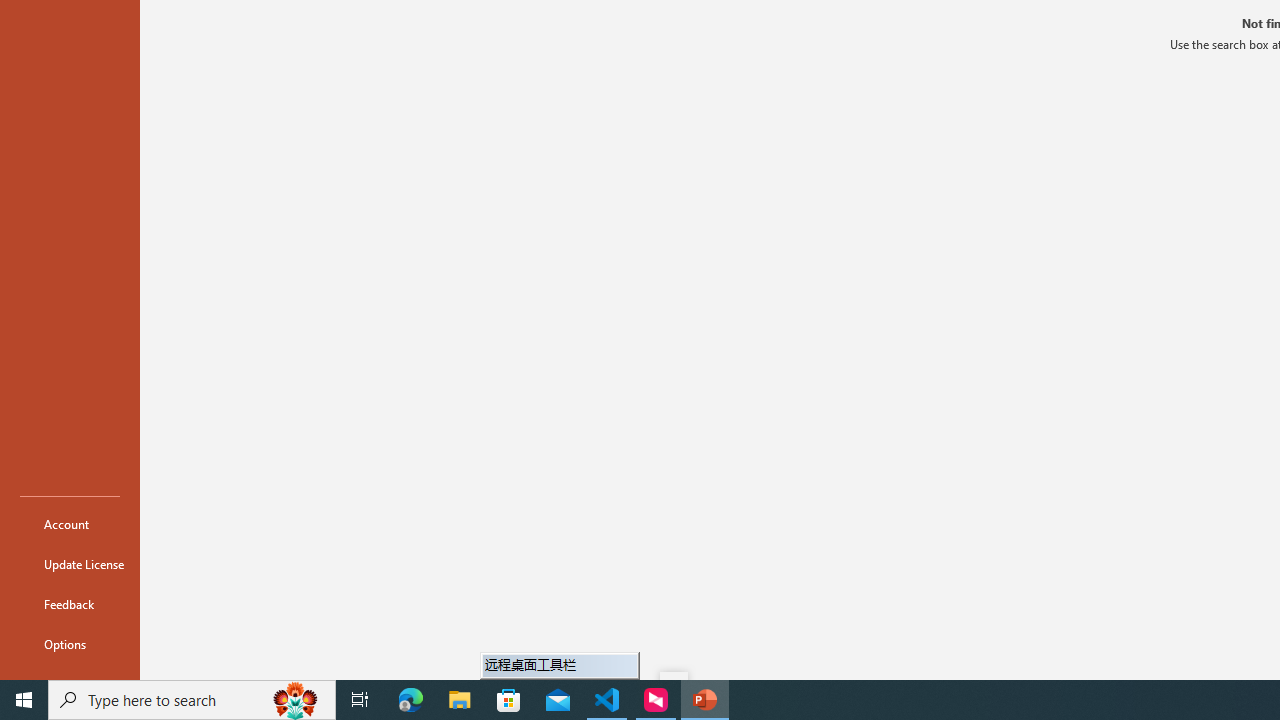  What do you see at coordinates (69, 564) in the screenshot?
I see `'Update License'` at bounding box center [69, 564].